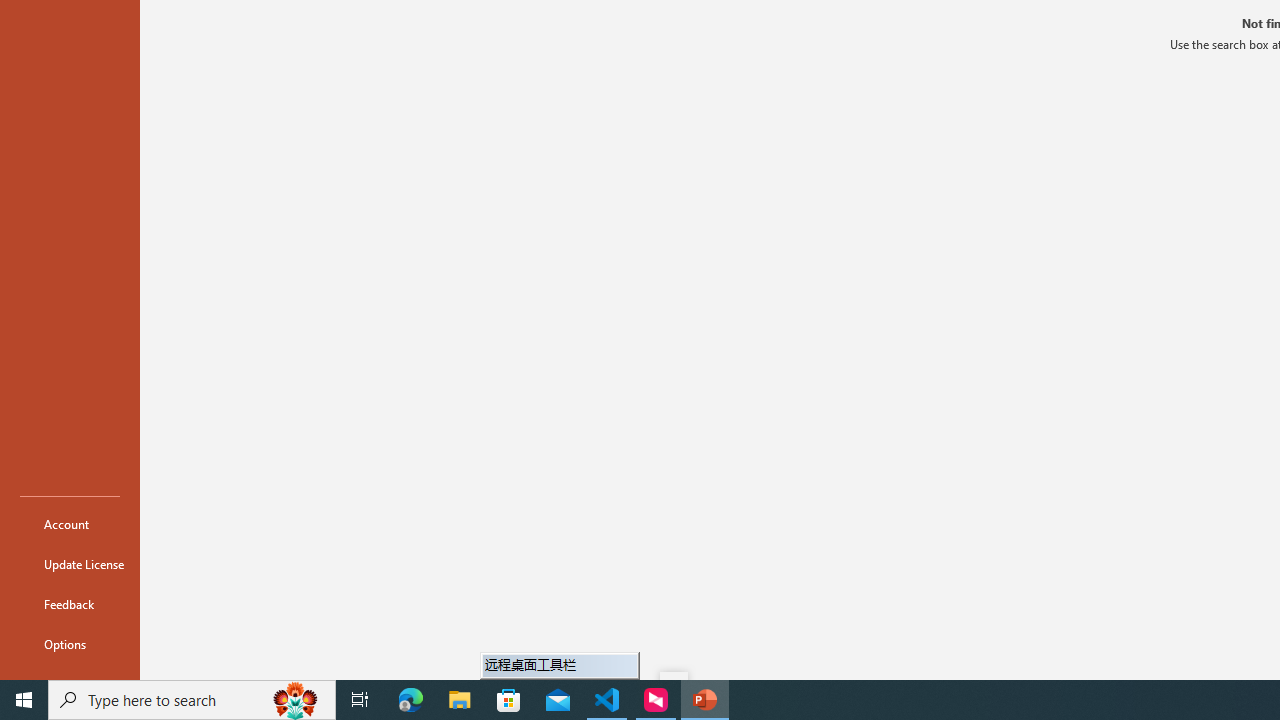  What do you see at coordinates (69, 564) in the screenshot?
I see `'Update License'` at bounding box center [69, 564].